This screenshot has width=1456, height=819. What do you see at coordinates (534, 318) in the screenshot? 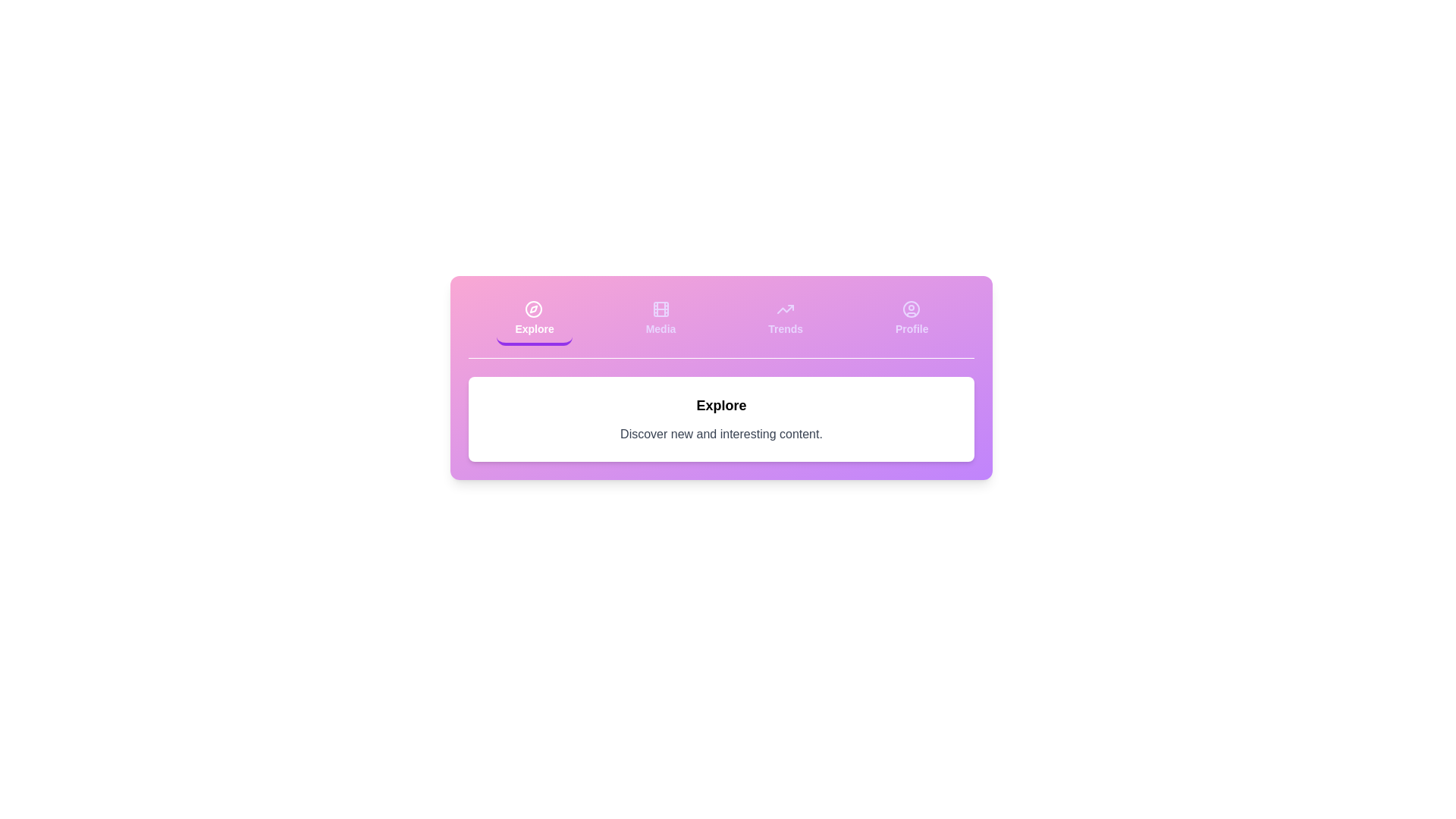
I see `the tab button labeled Explore to switch to the corresponding tab` at bounding box center [534, 318].